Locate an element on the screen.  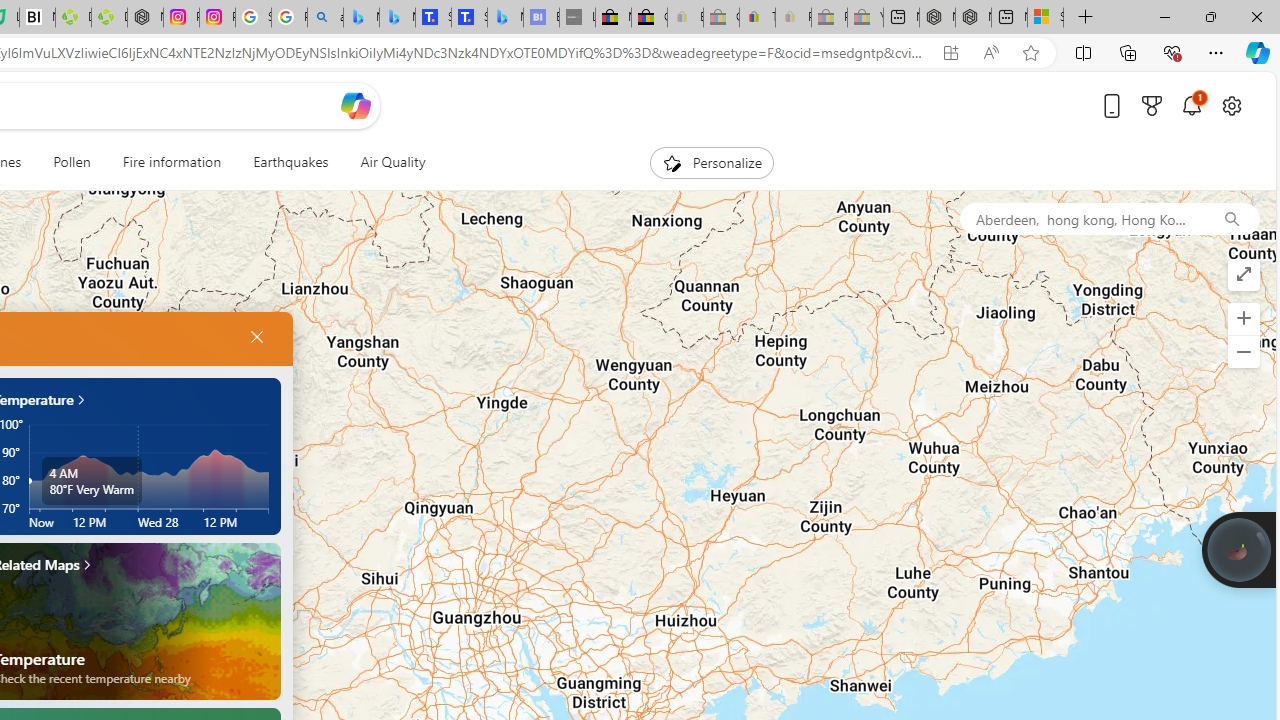
'Nordace - Nordace Edin Collection' is located at coordinates (144, 17).